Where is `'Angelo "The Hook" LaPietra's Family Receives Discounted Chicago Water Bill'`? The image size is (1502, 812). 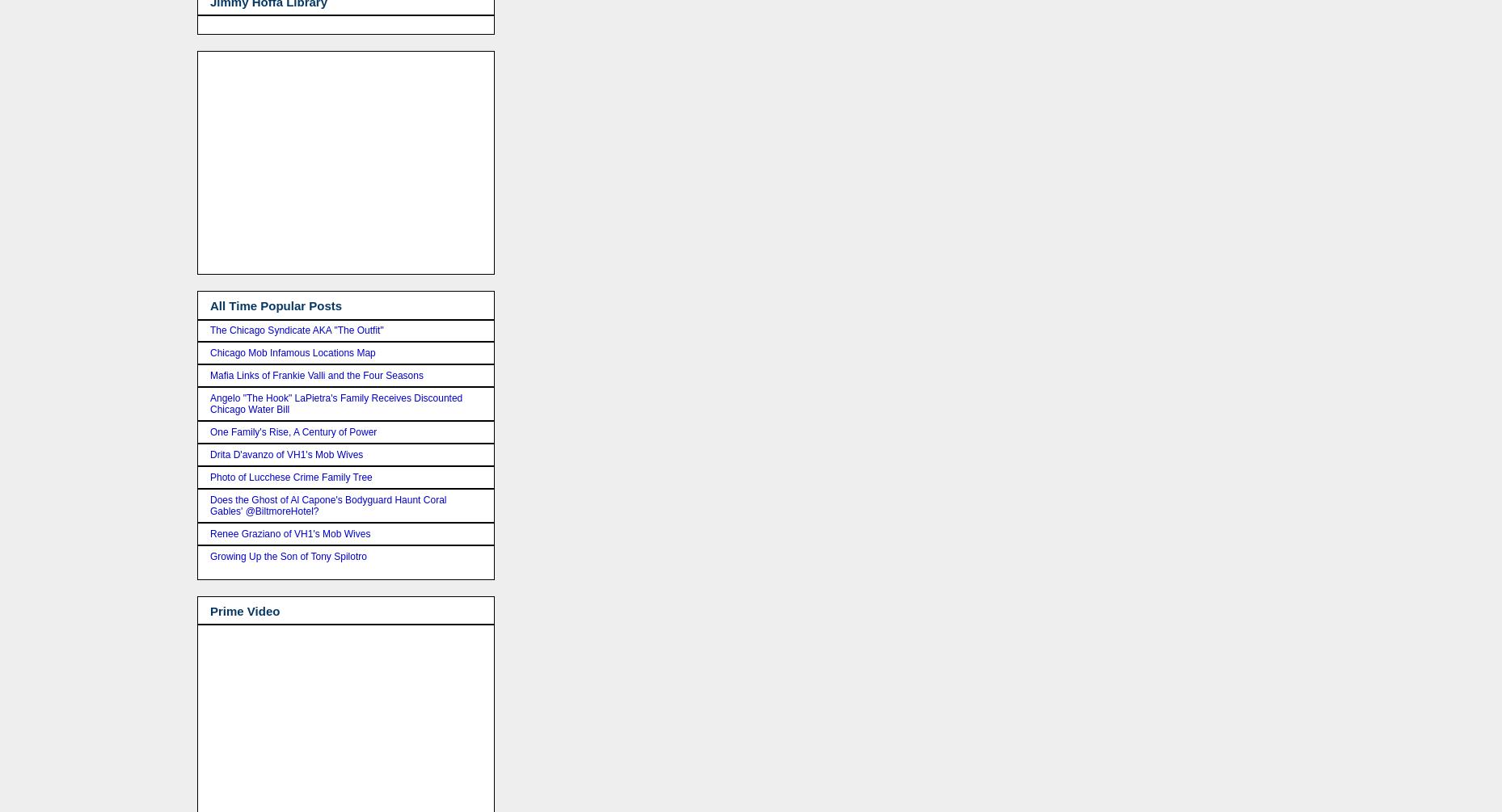
'Angelo "The Hook" LaPietra's Family Receives Discounted Chicago Water Bill' is located at coordinates (335, 402).